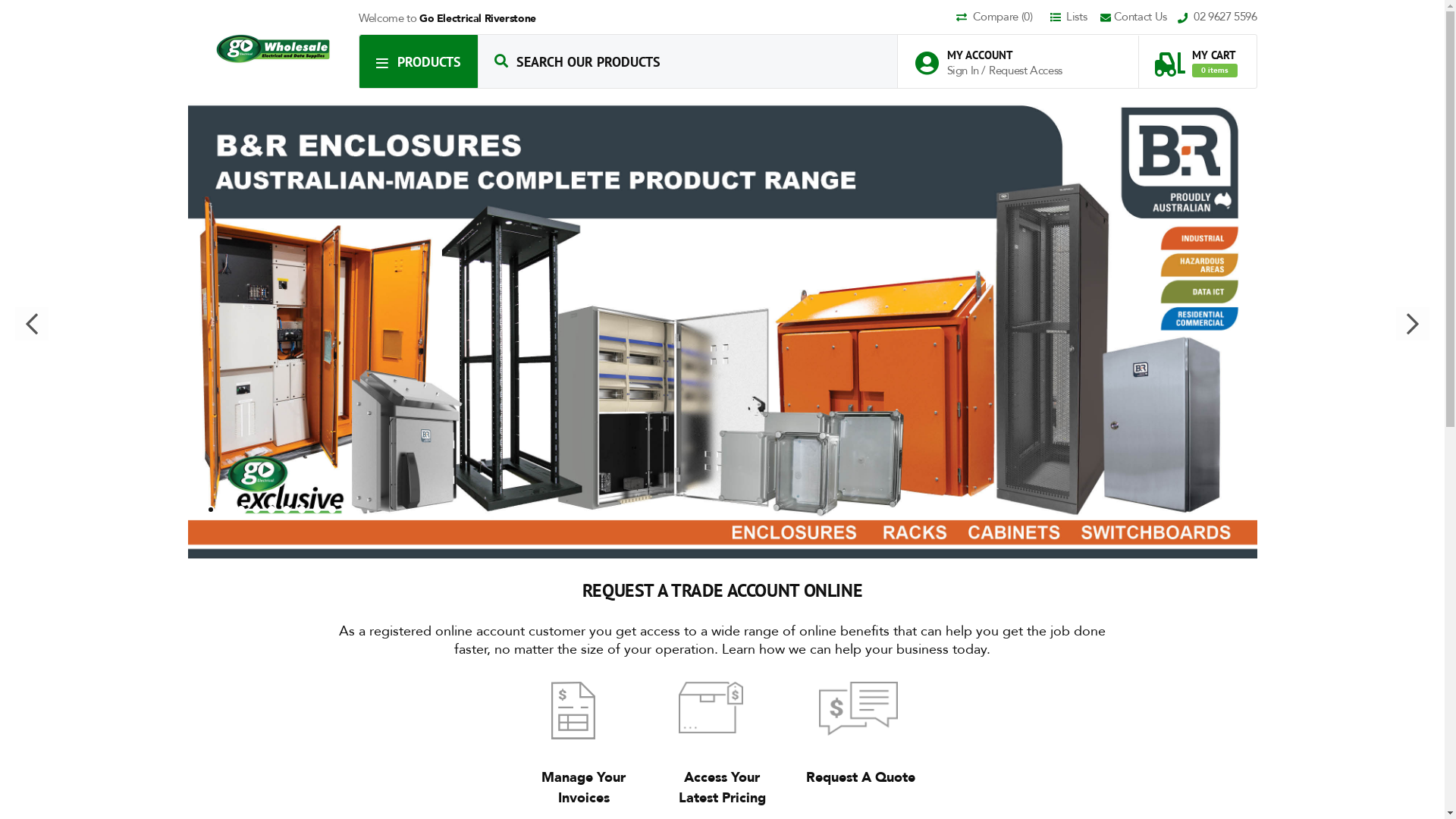 This screenshot has height=819, width=1456. I want to click on '5', so click(255, 509).